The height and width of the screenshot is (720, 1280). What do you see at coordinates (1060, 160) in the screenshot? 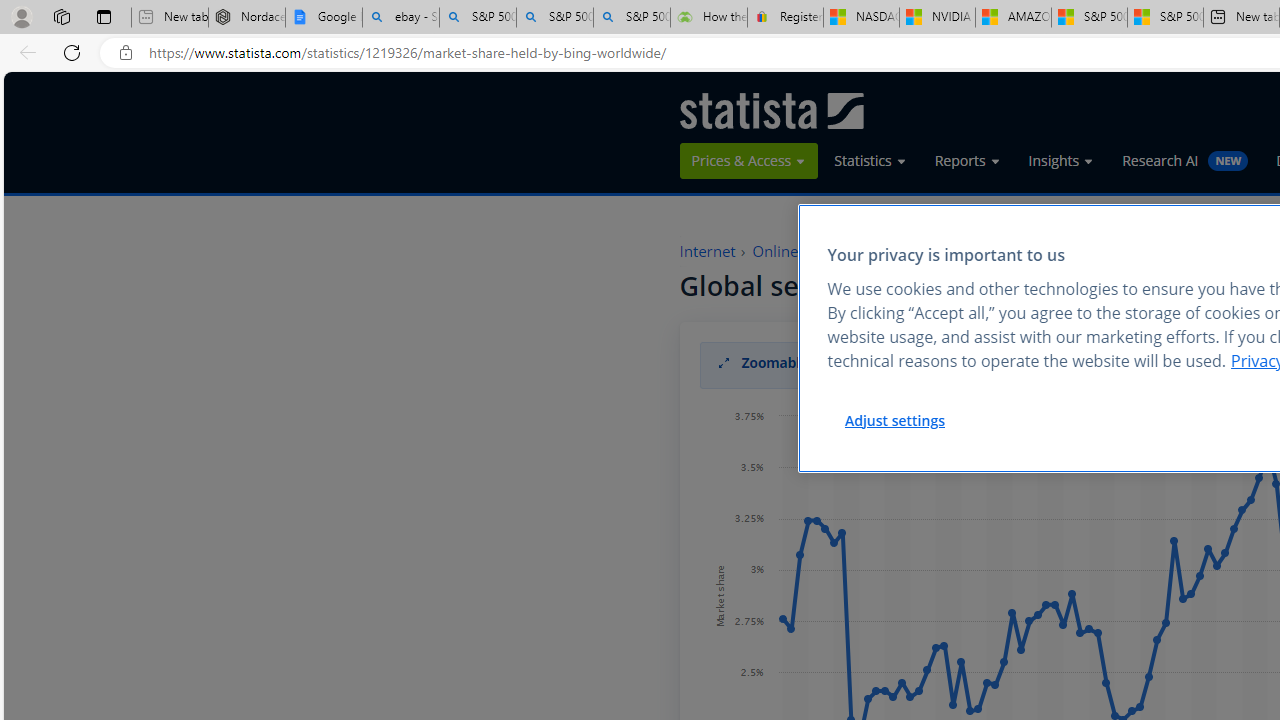
I see `'Insights'` at bounding box center [1060, 160].